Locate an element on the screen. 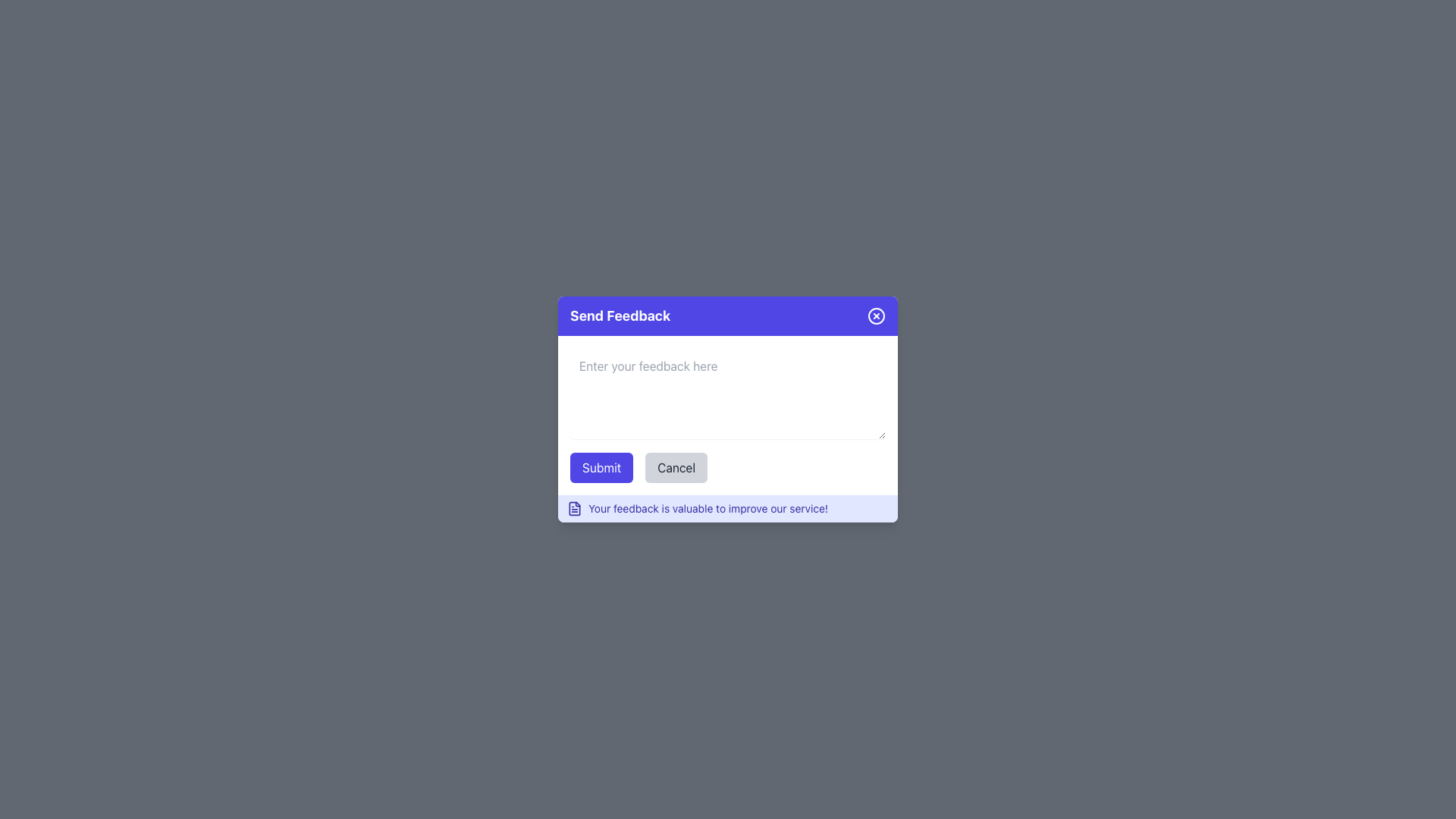 The height and width of the screenshot is (819, 1456). the Informational Message Bar at the bottom of the feedback modal, which features a light indigo background and dark indigo text stating 'Your feedback is valuable to improve our service!' is located at coordinates (728, 509).